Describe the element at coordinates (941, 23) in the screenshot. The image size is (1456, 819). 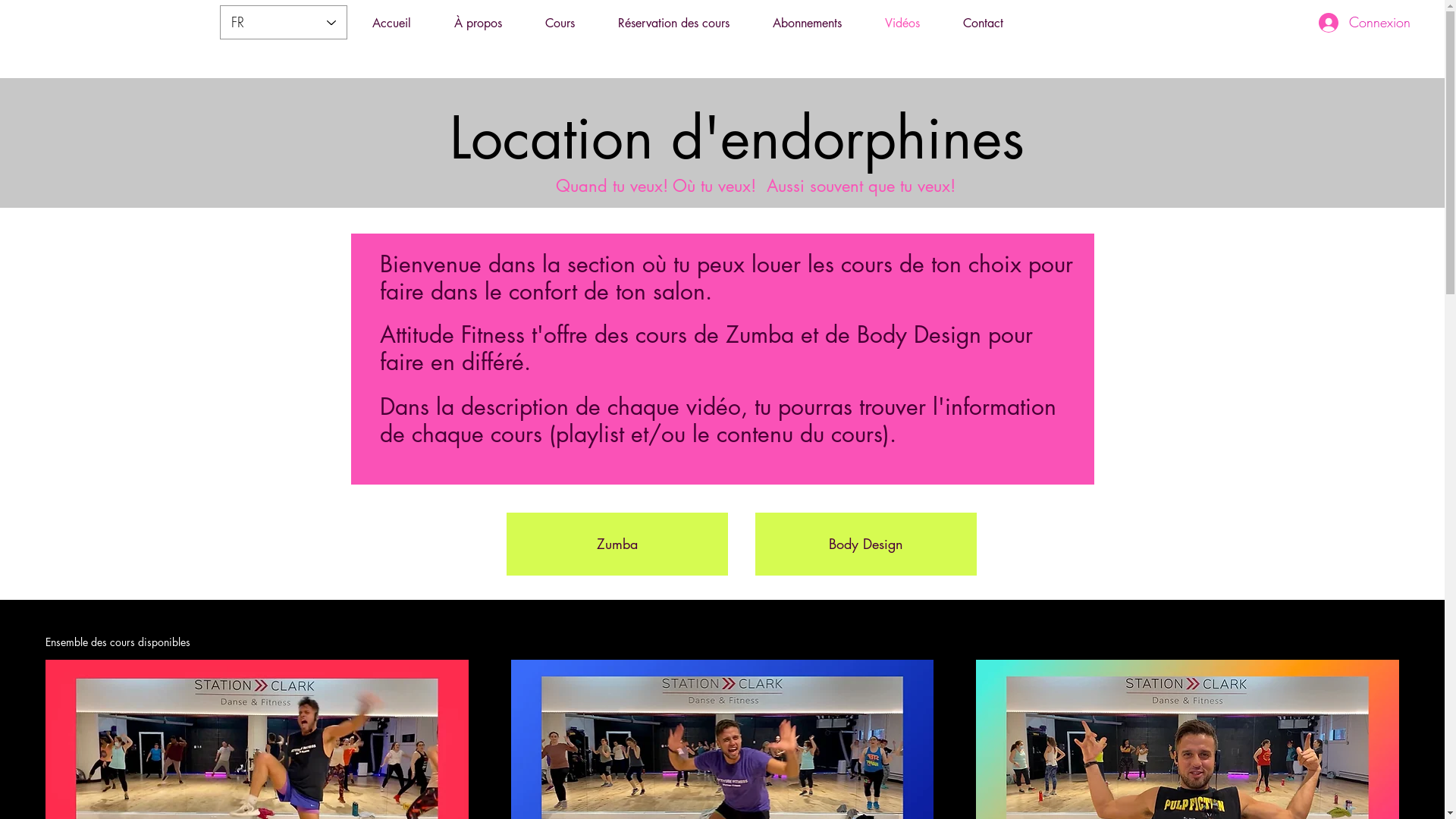
I see `'Contact'` at that location.